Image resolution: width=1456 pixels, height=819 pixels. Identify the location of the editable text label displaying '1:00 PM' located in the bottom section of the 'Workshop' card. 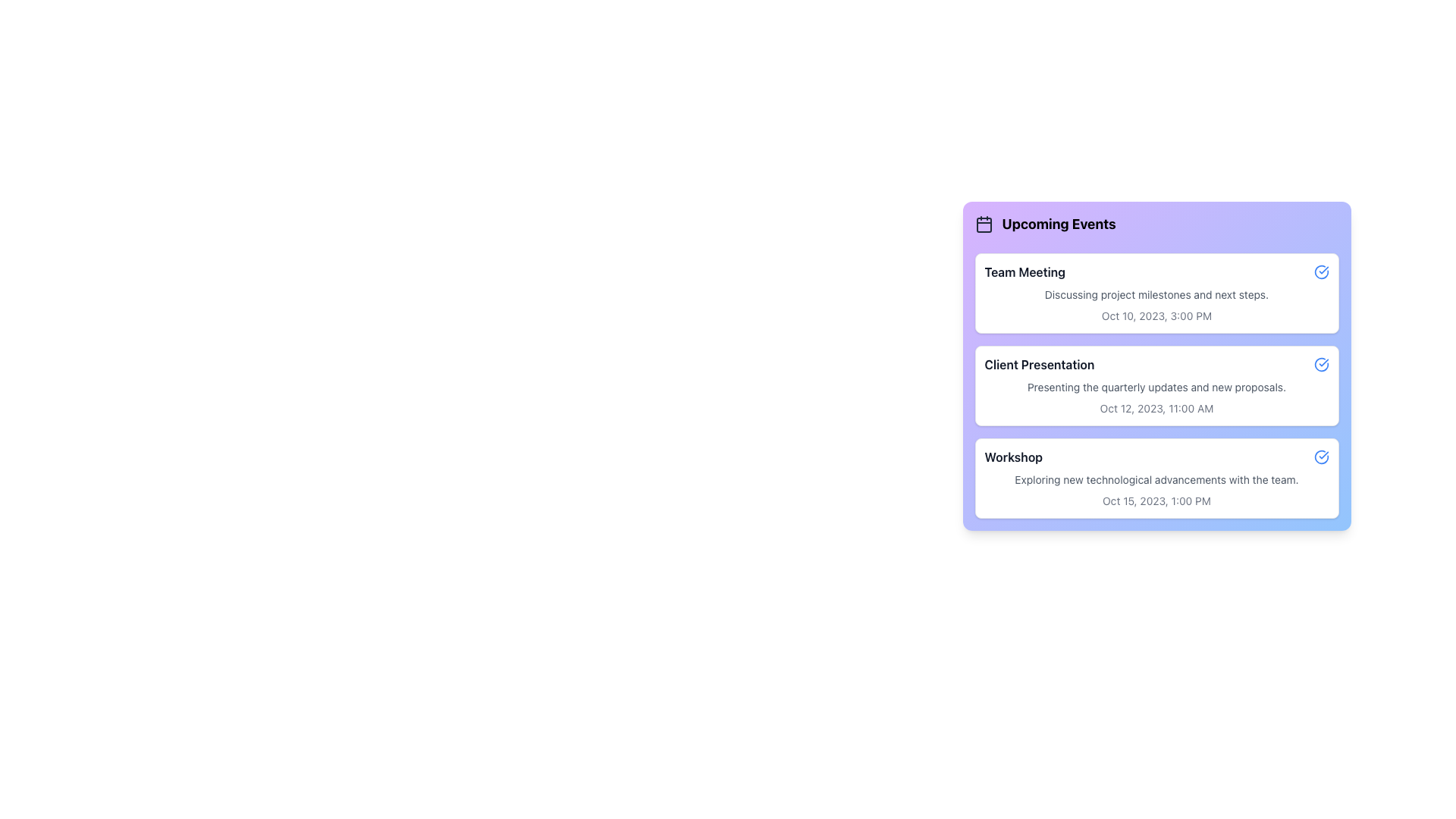
(1190, 500).